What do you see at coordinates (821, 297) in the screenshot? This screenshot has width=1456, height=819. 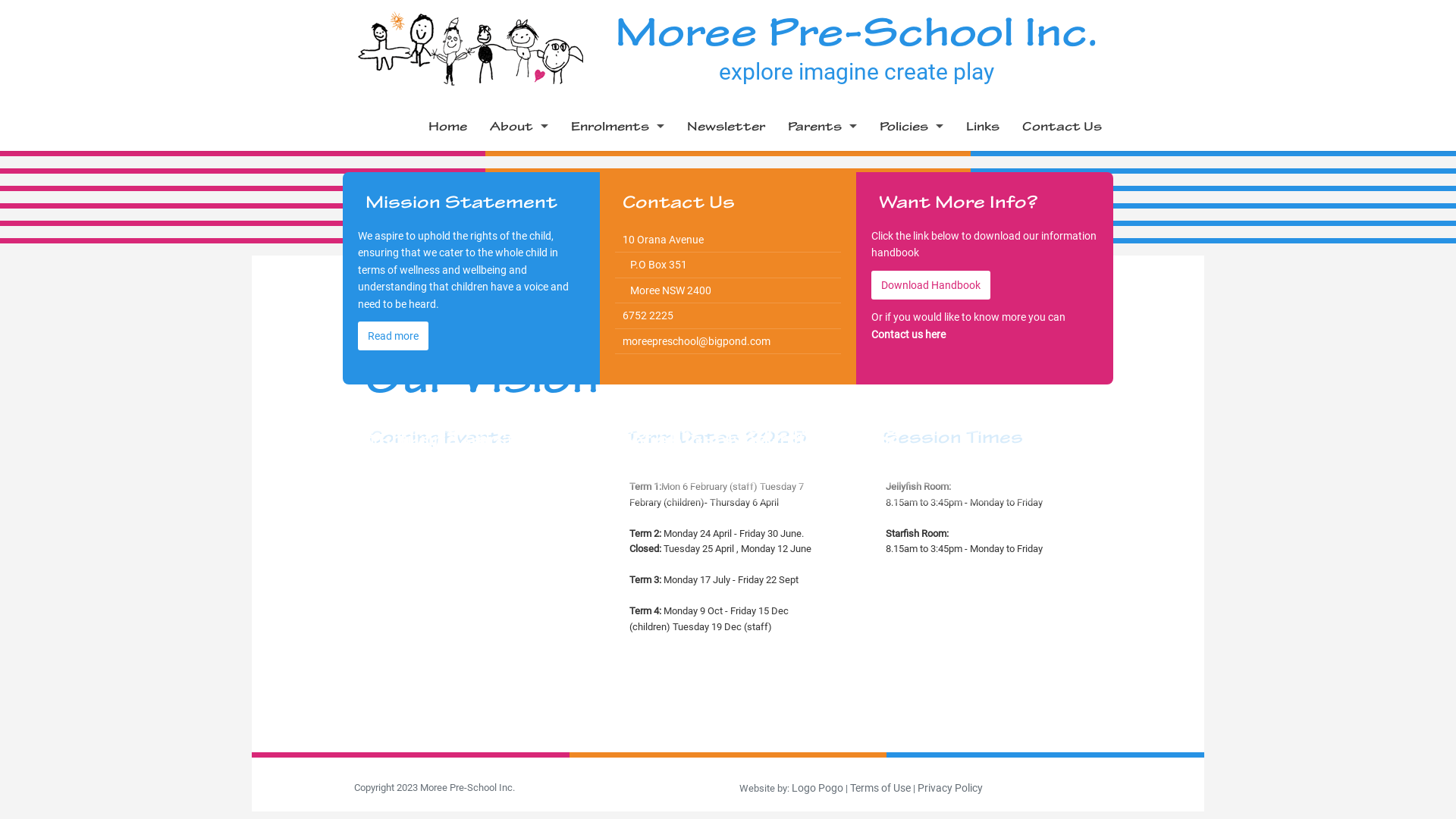 I see `'Delivery and Collection Information'` at bounding box center [821, 297].